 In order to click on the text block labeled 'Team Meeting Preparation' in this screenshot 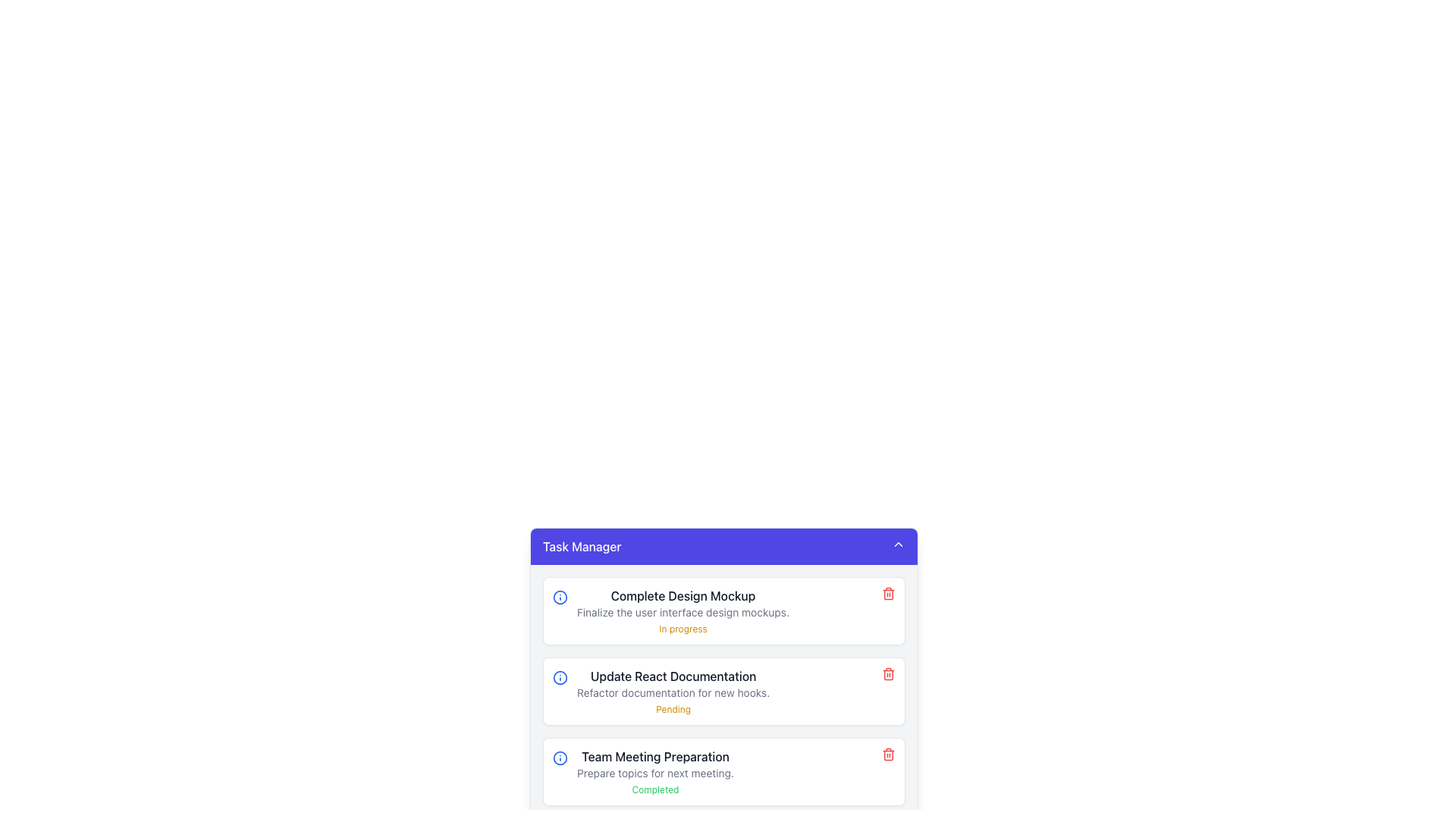, I will do `click(655, 772)`.